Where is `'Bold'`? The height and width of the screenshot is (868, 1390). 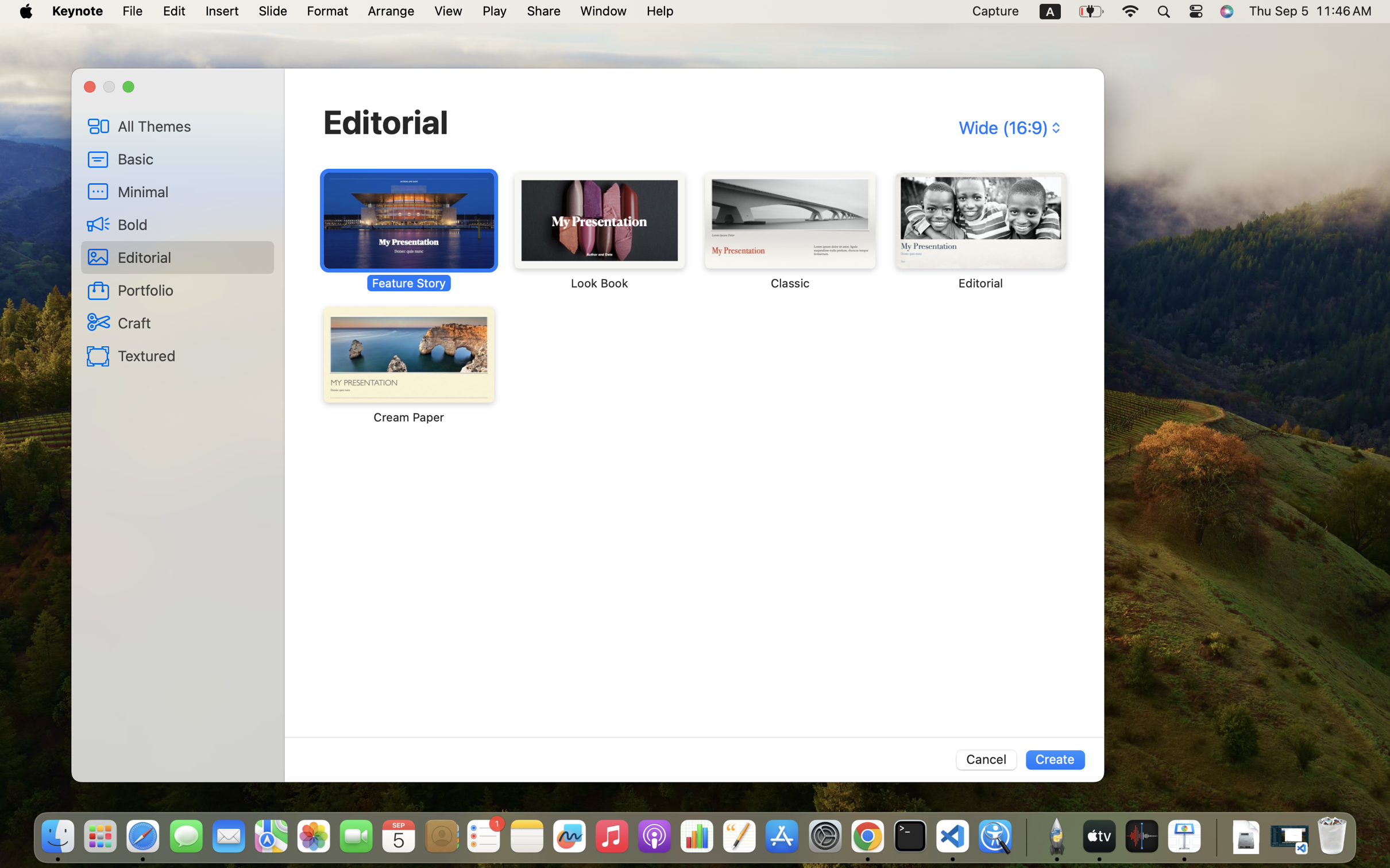
'Bold' is located at coordinates (192, 223).